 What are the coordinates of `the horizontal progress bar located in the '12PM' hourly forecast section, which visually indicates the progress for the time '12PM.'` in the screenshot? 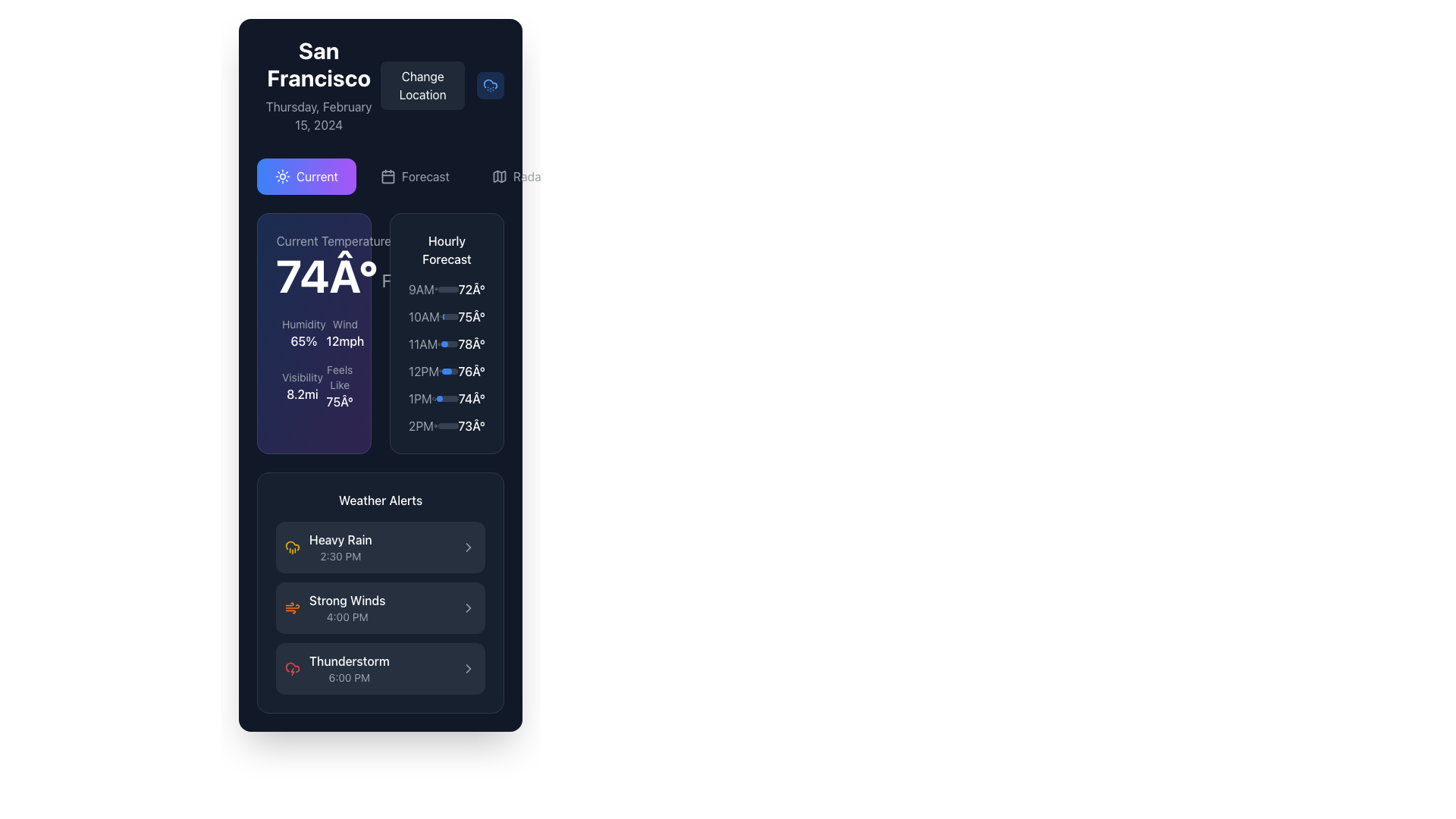 It's located at (449, 371).